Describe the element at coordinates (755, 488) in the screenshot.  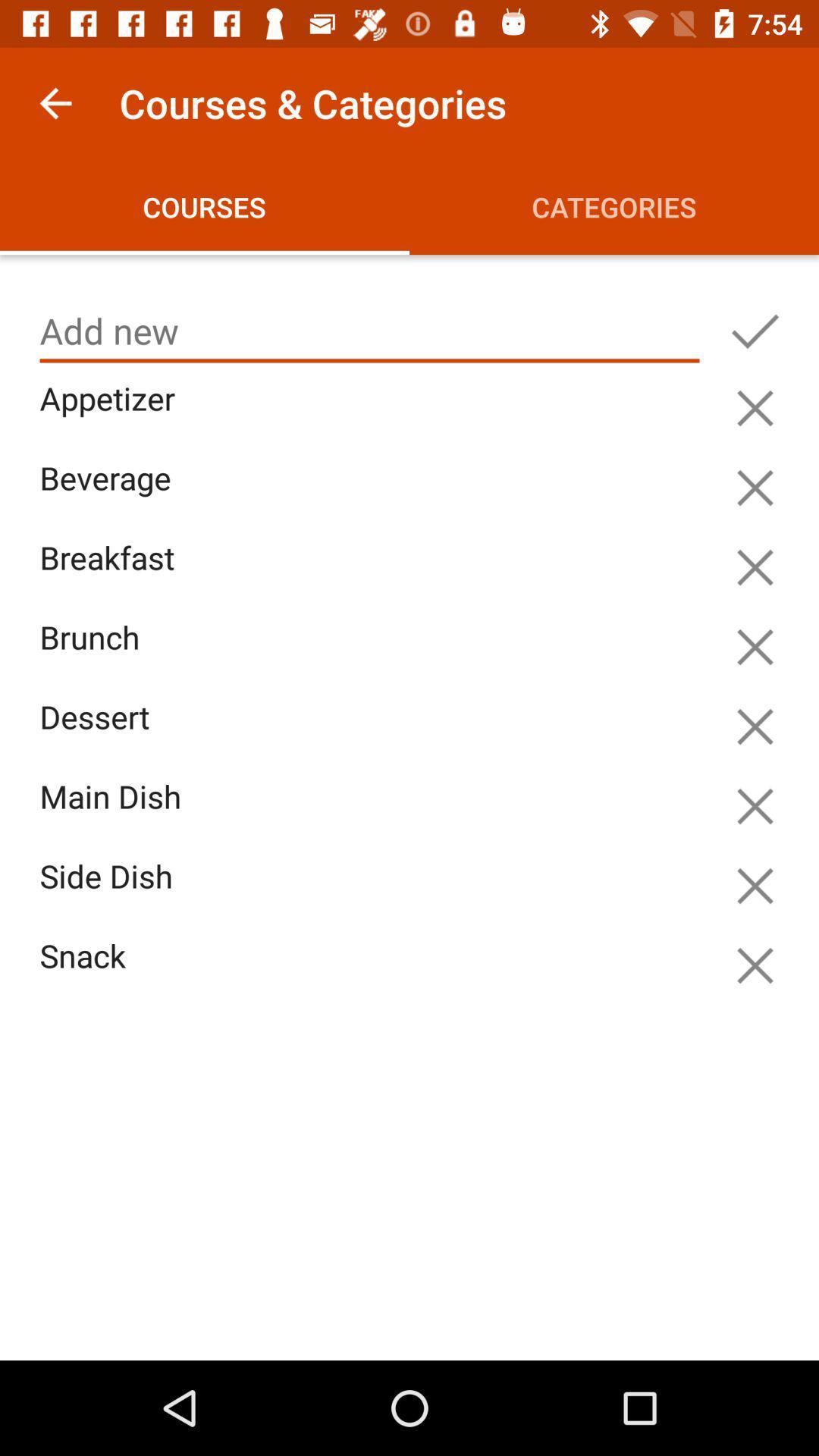
I see `cancel` at that location.